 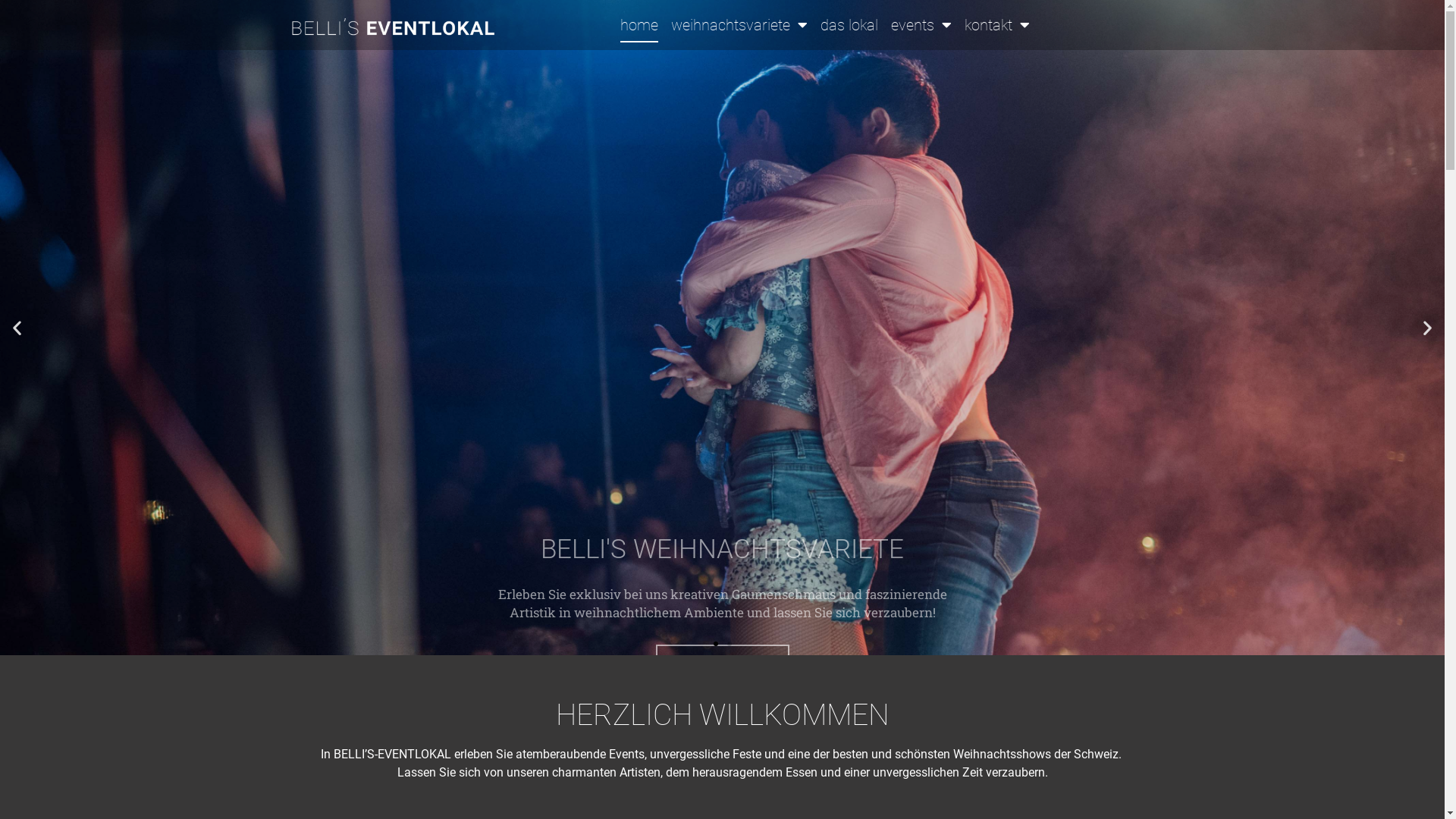 I want to click on 'Bellis-Eventlokal-nur-Schriftzug-WIDE', so click(x=393, y=28).